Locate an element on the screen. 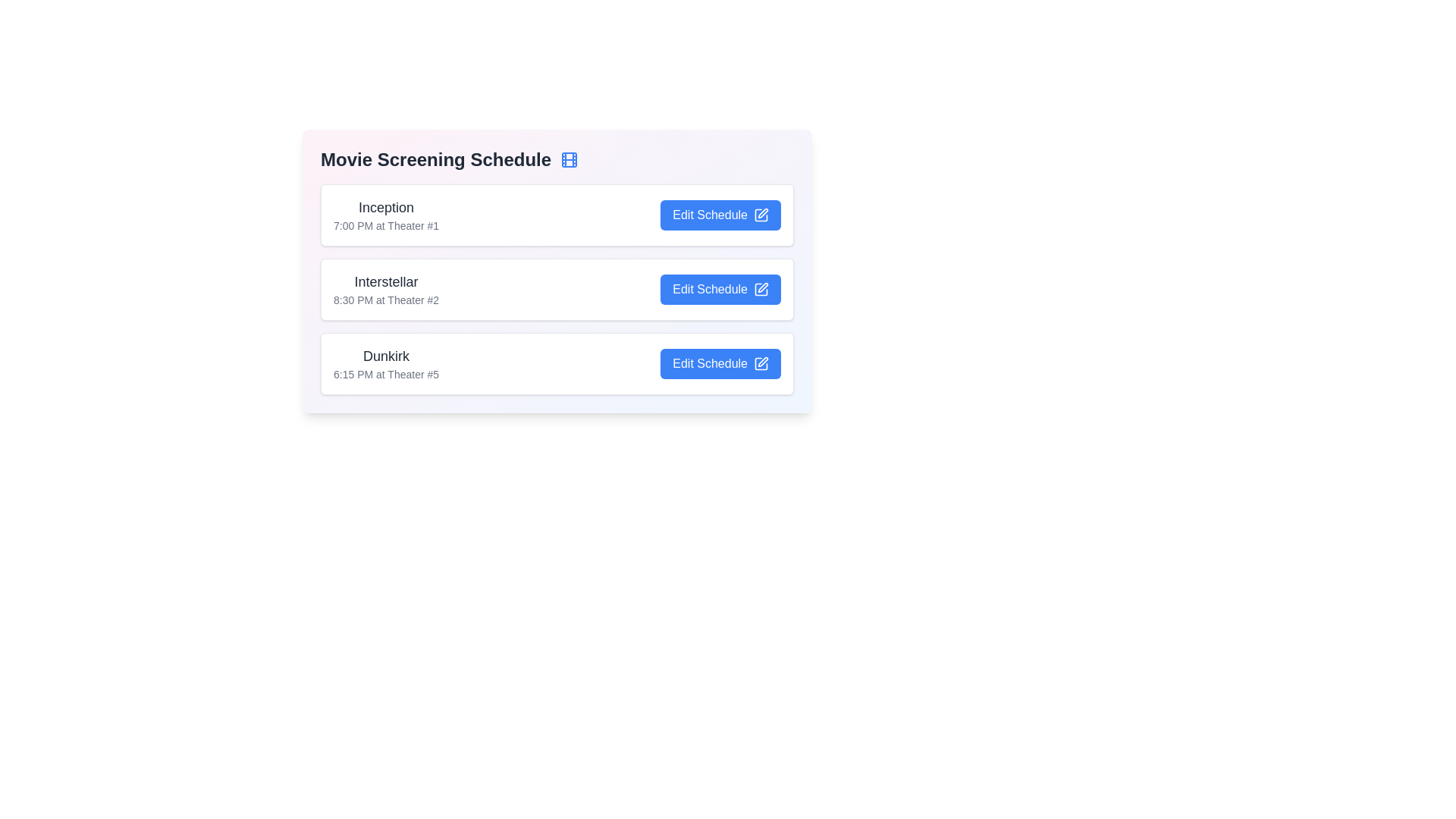 The height and width of the screenshot is (819, 1456). the 'Edit Schedule' button for the movie titled Interstellar is located at coordinates (720, 289).